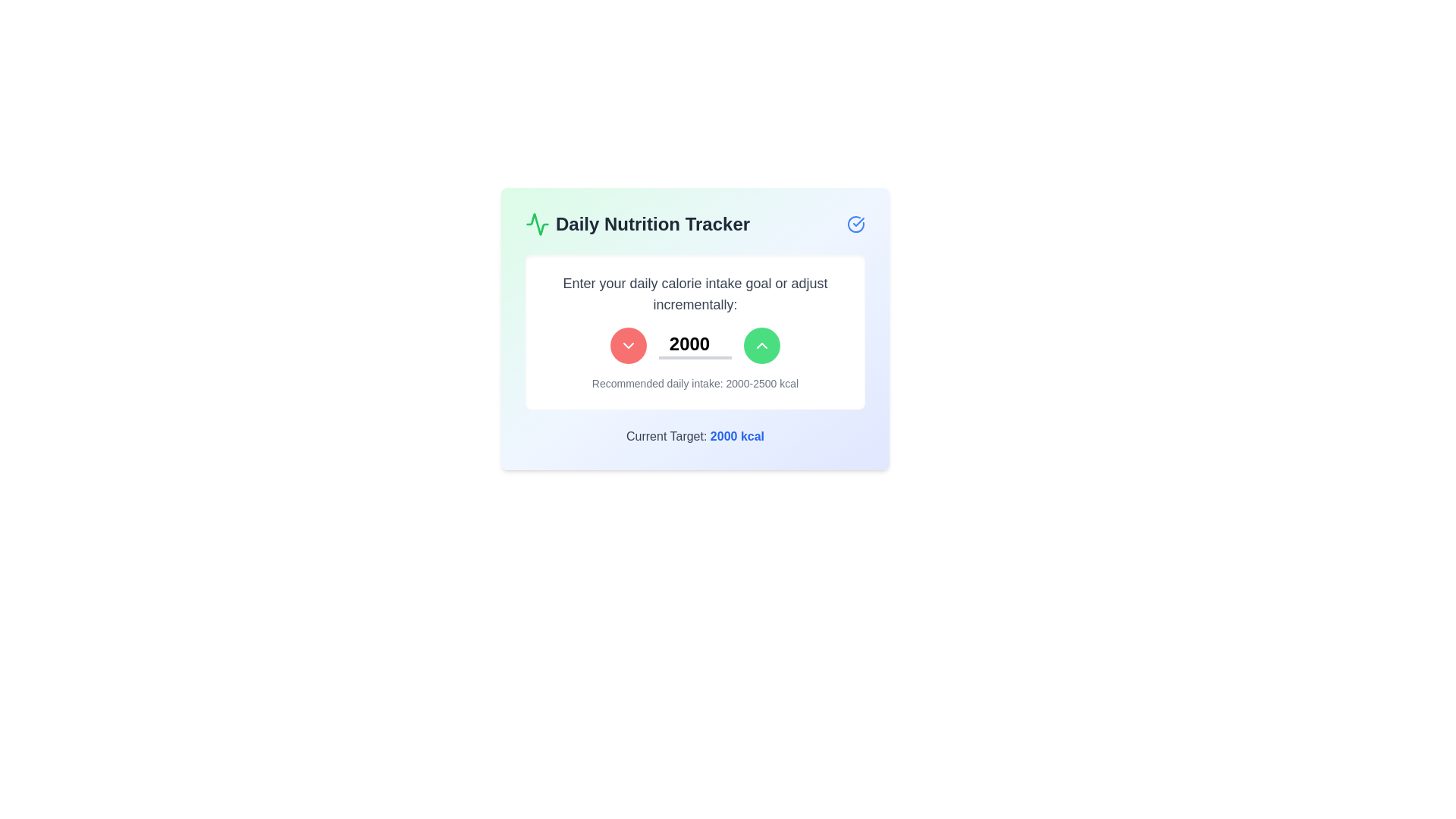  What do you see at coordinates (694, 224) in the screenshot?
I see `text content of the Header displaying 'Daily Nutrition Tracker', which is located at the top of the card with a green waveform icon to the left and a blue circle-checkmark icon to the right` at bounding box center [694, 224].